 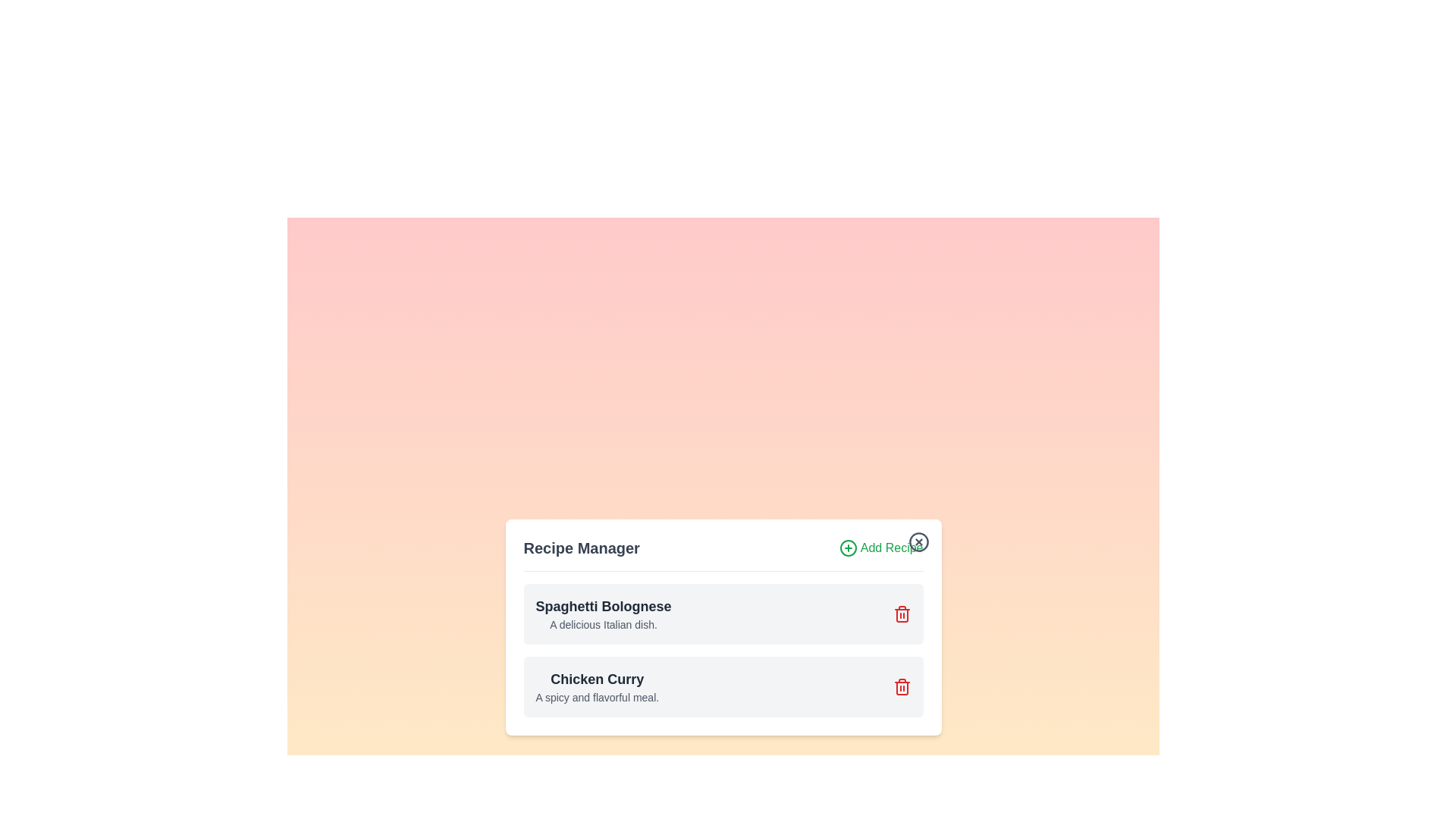 I want to click on the delete button for the recipe item 'Spaghetti Bolognese', so click(x=902, y=613).